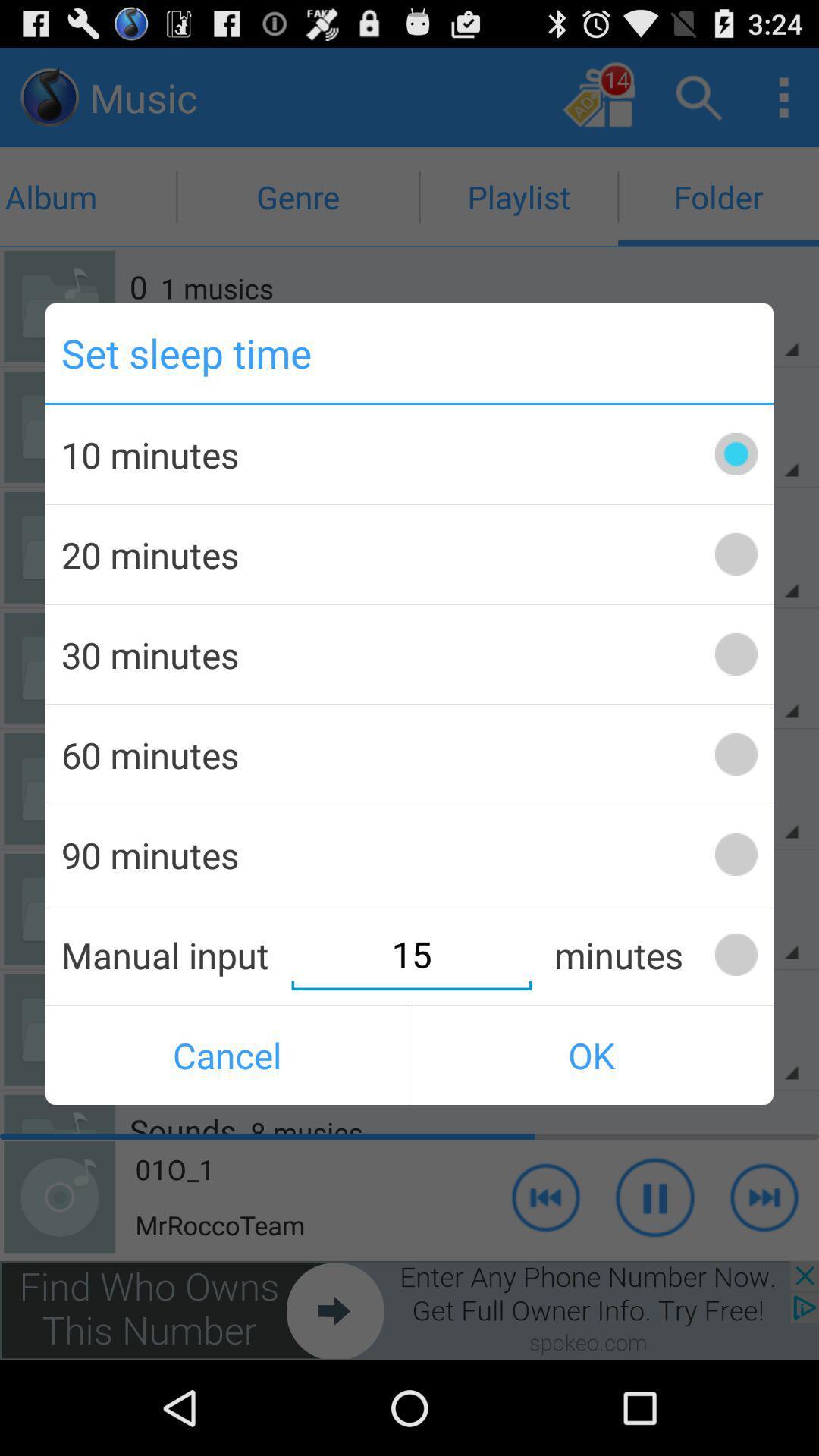  I want to click on 10 minutes, so click(735, 453).